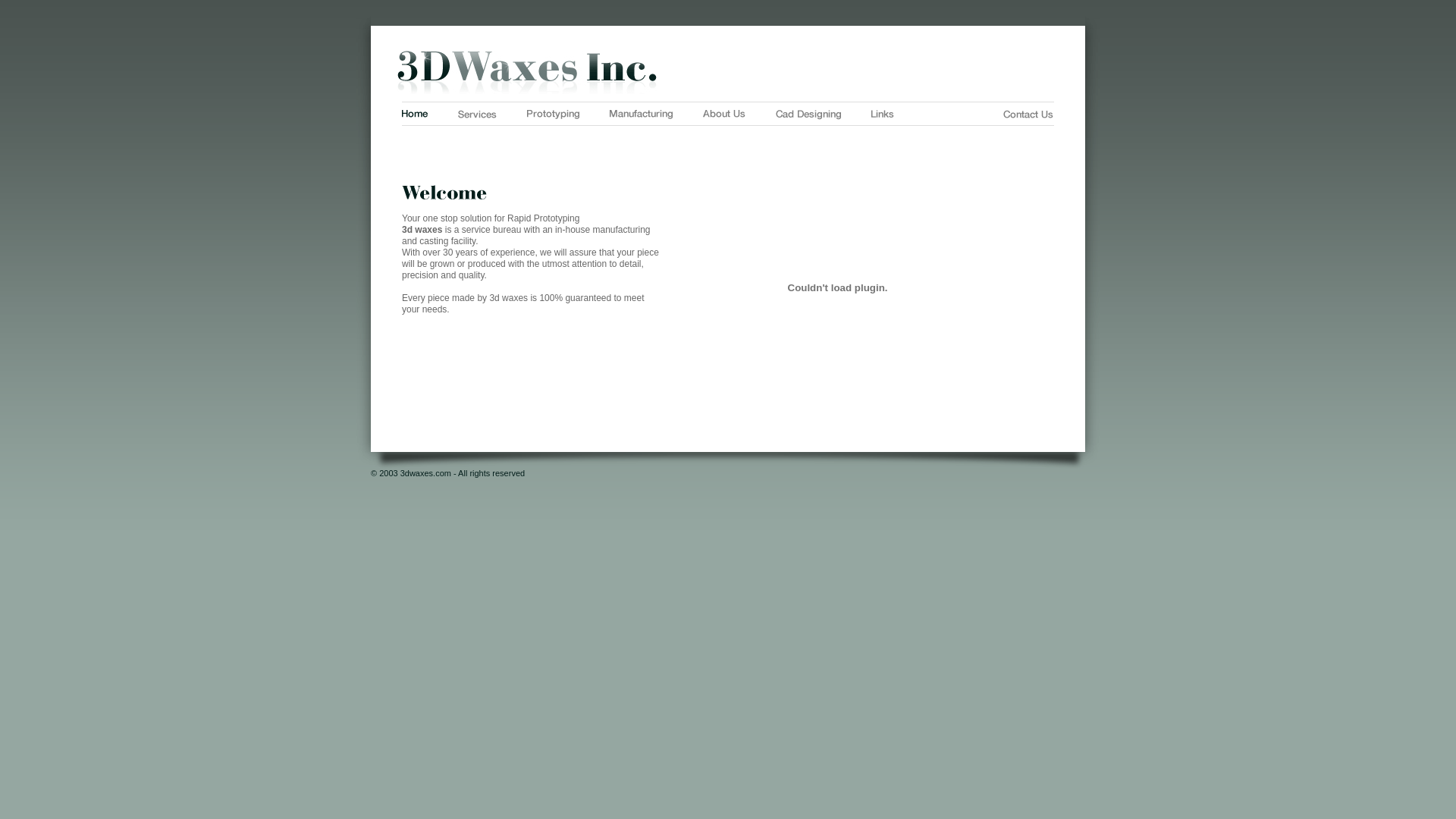 This screenshot has height=819, width=1456. I want to click on 'Cad Designing', so click(807, 114).